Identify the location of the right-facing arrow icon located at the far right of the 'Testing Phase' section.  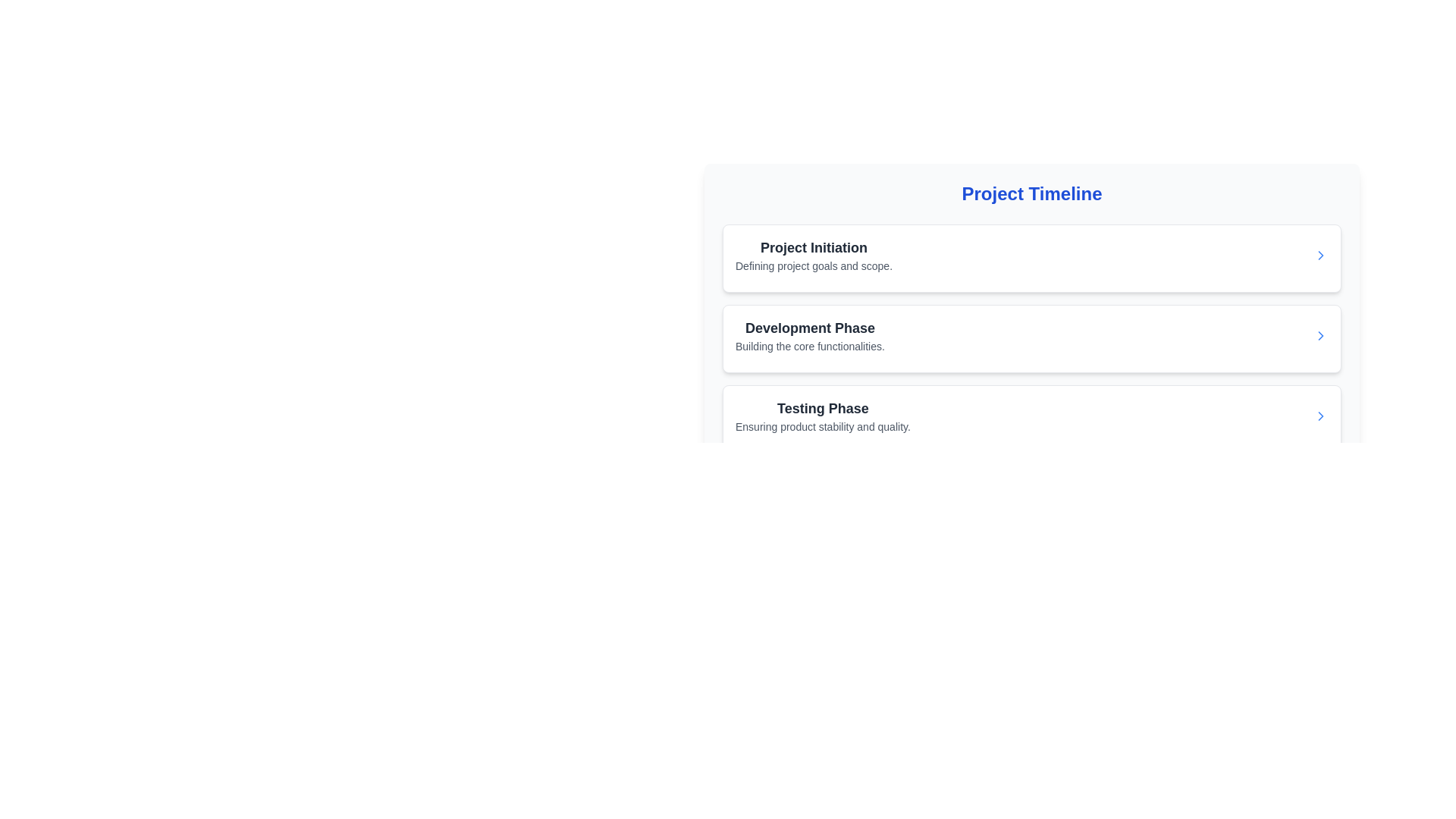
(1320, 416).